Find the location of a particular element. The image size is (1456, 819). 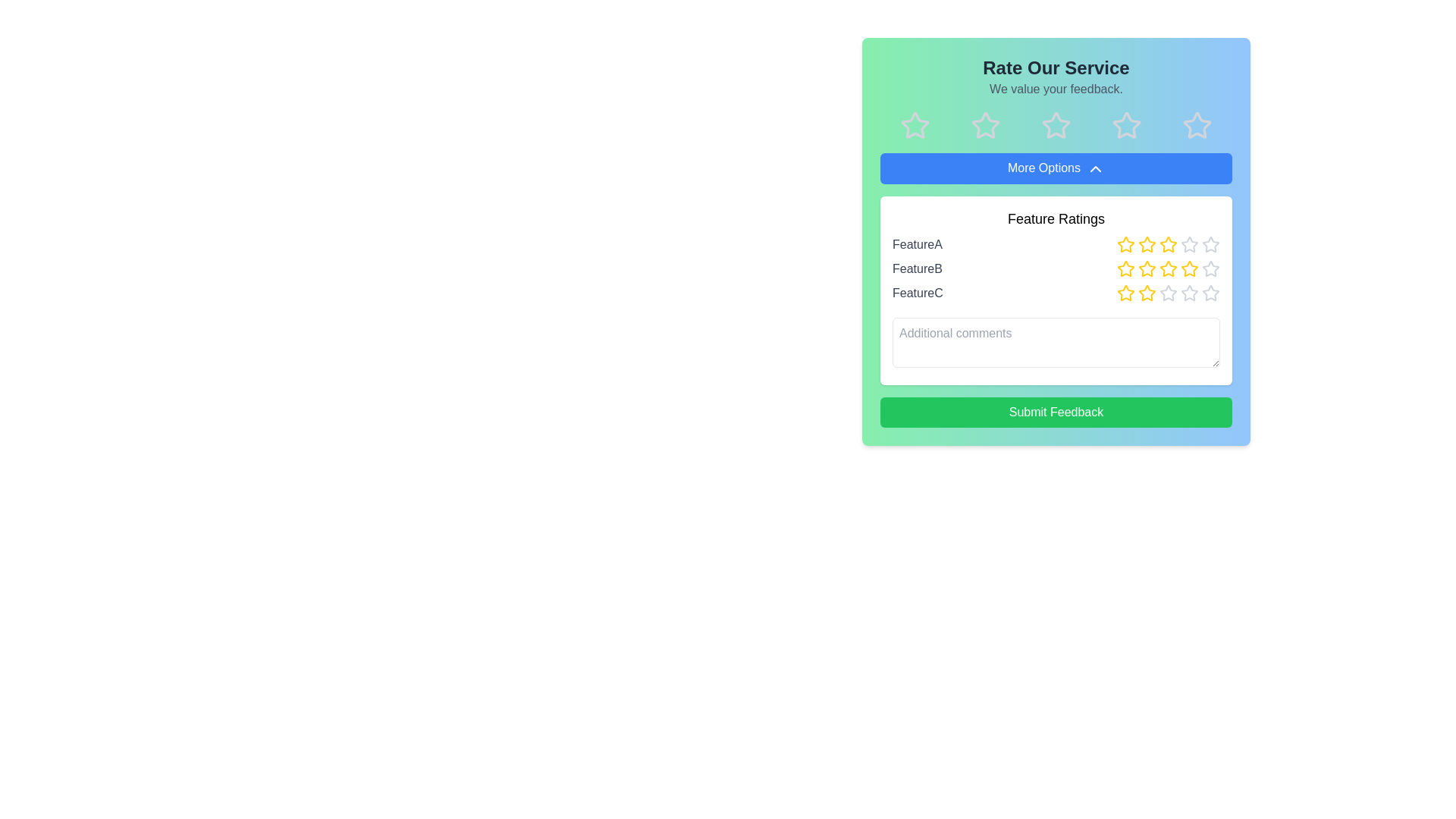

the star icons in the Rating row for 'FeatureA' is located at coordinates (1055, 243).